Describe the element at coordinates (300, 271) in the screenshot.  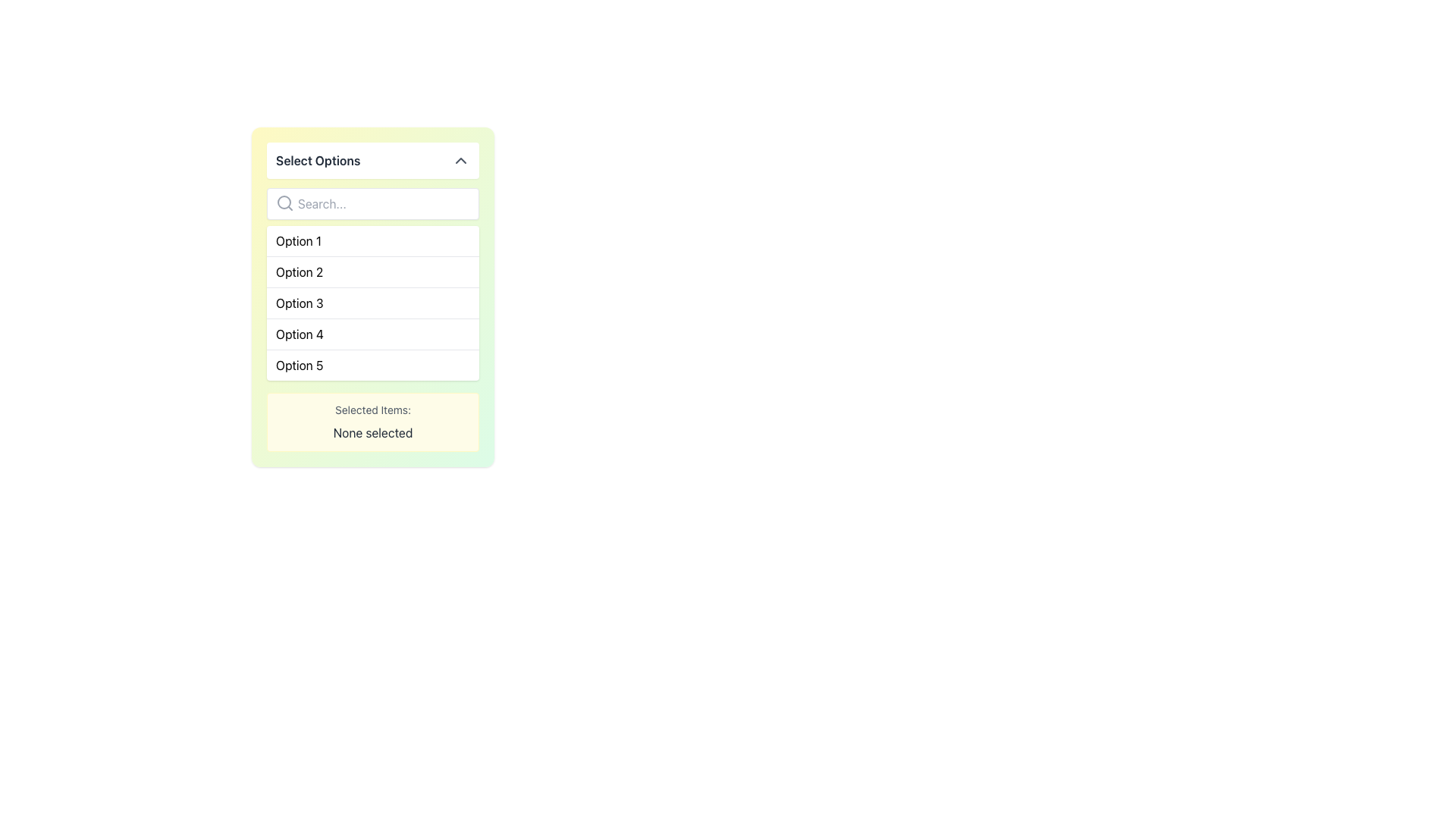
I see `the text label displaying 'Option 2' in the dropdown list` at that location.